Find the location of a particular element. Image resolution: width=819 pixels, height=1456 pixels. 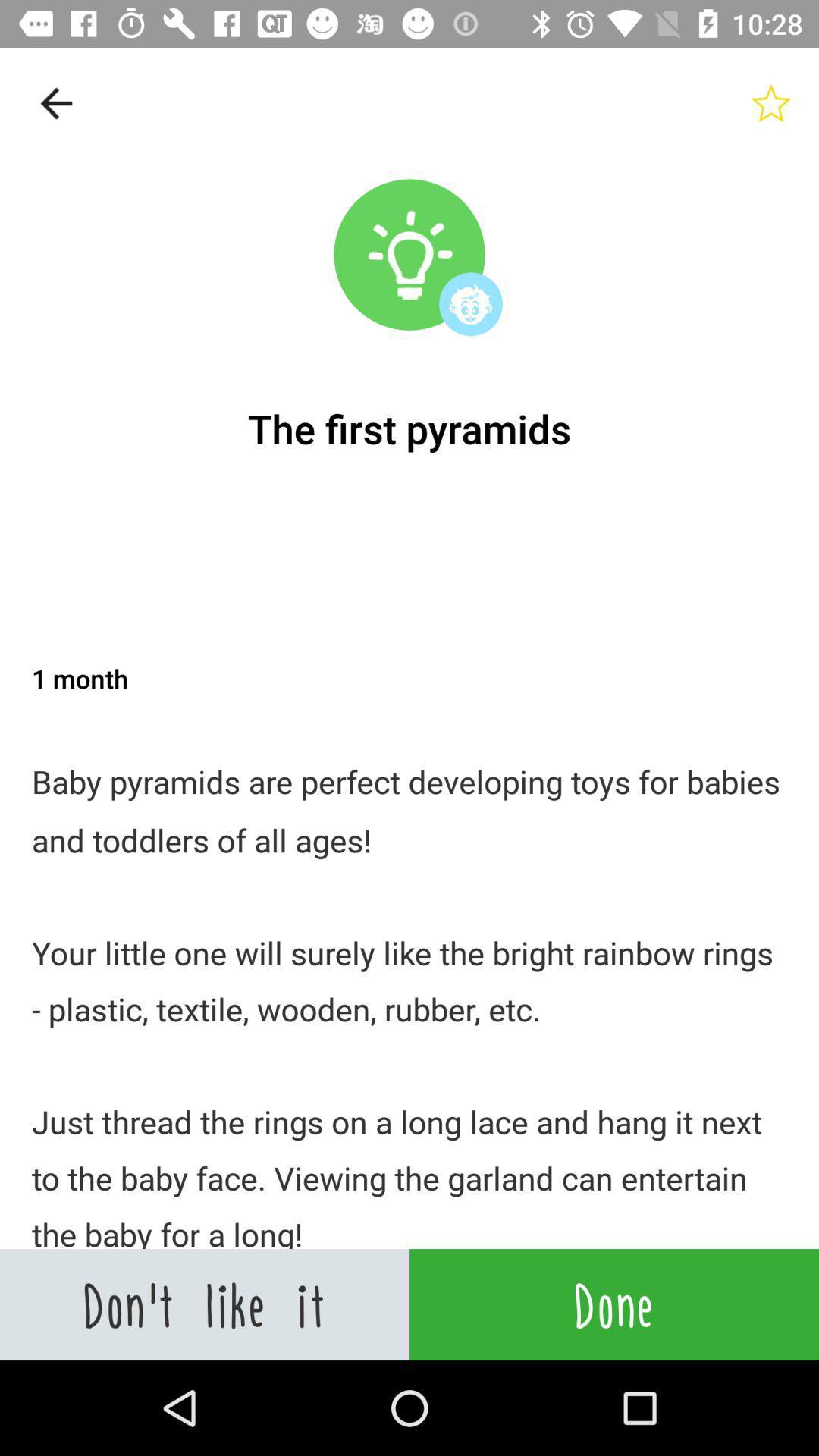

the don t like item is located at coordinates (205, 1304).